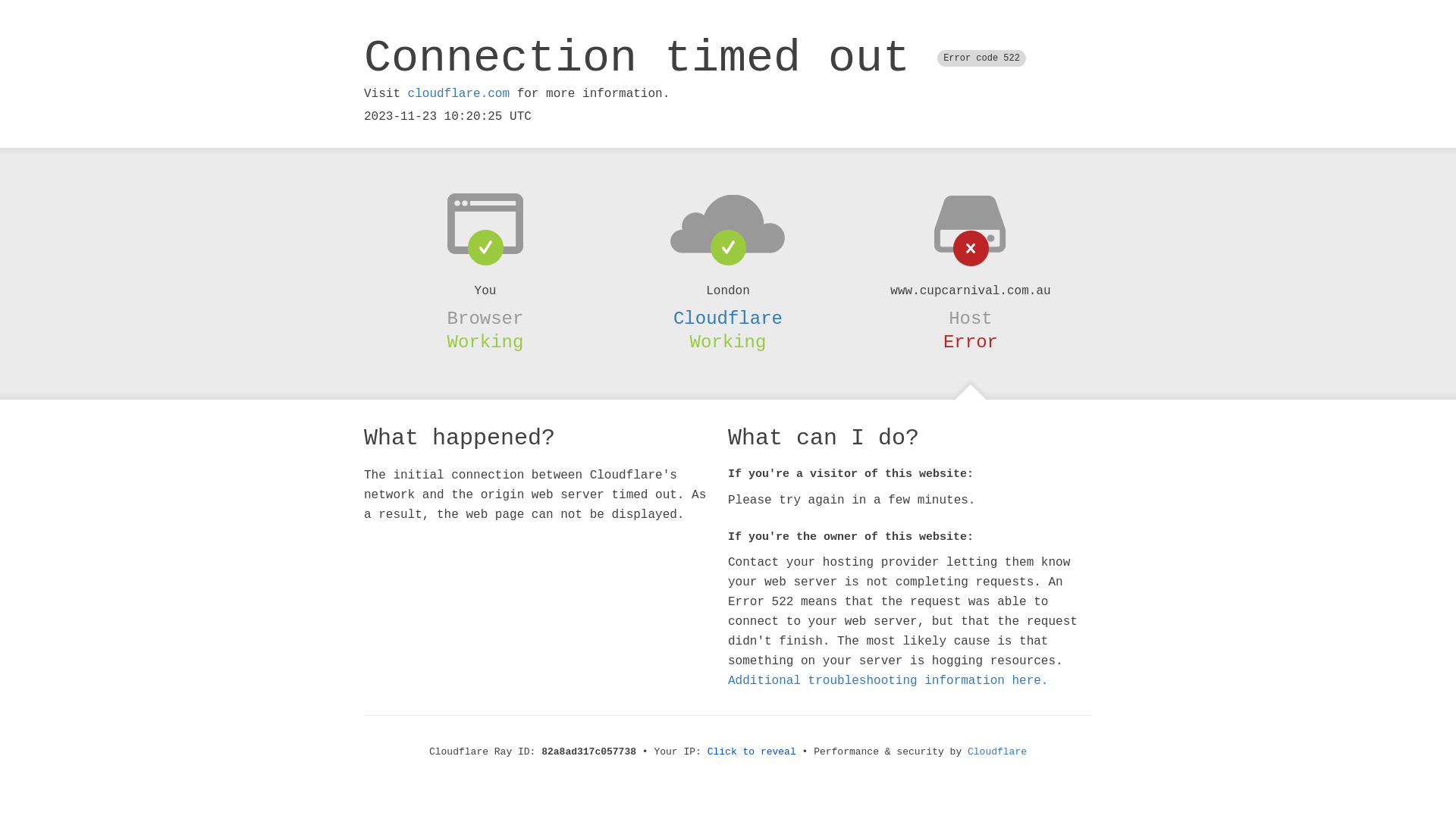  Describe the element at coordinates (752, 752) in the screenshot. I see `'Click to reveal'` at that location.